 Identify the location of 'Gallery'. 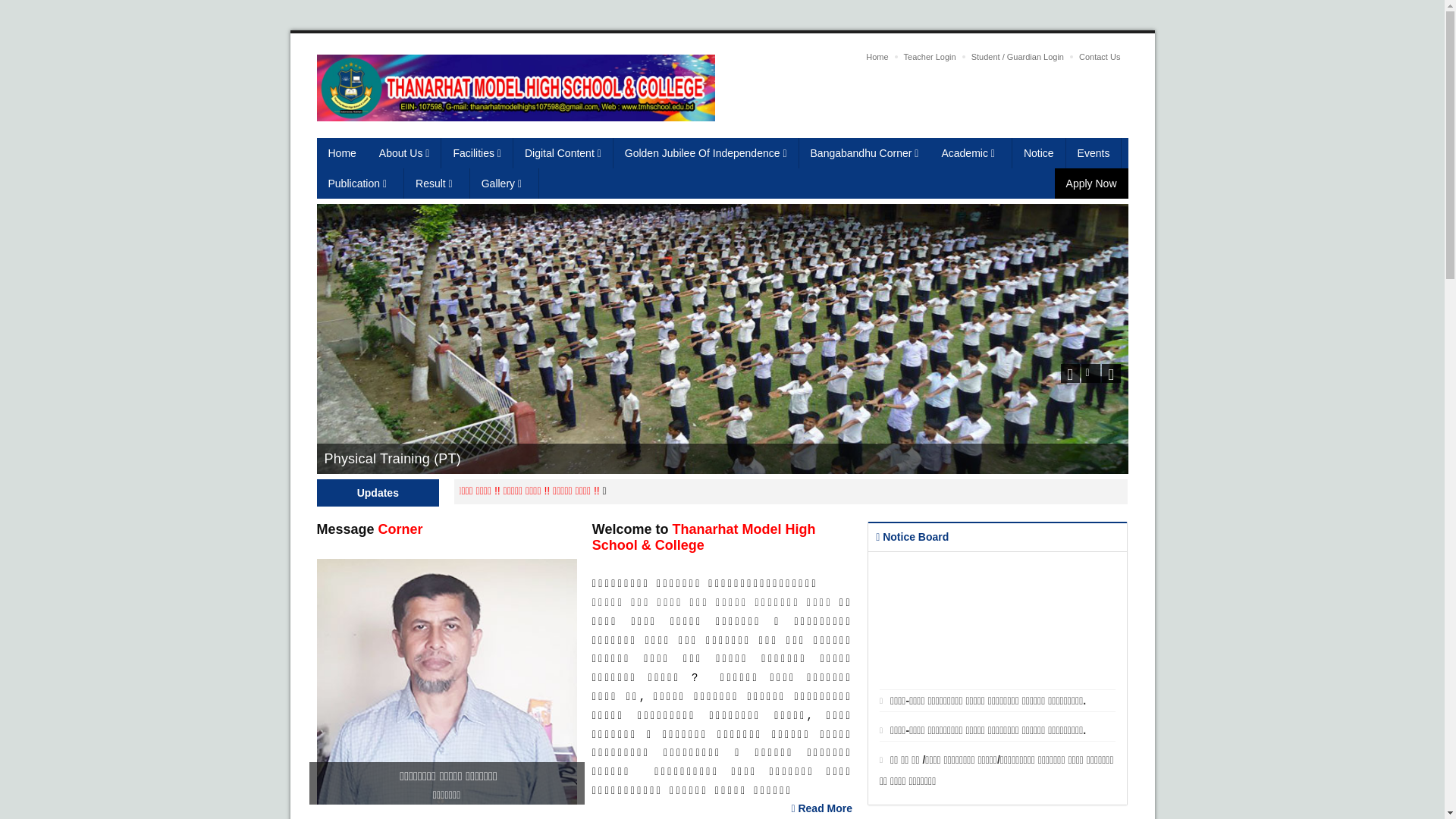
(504, 183).